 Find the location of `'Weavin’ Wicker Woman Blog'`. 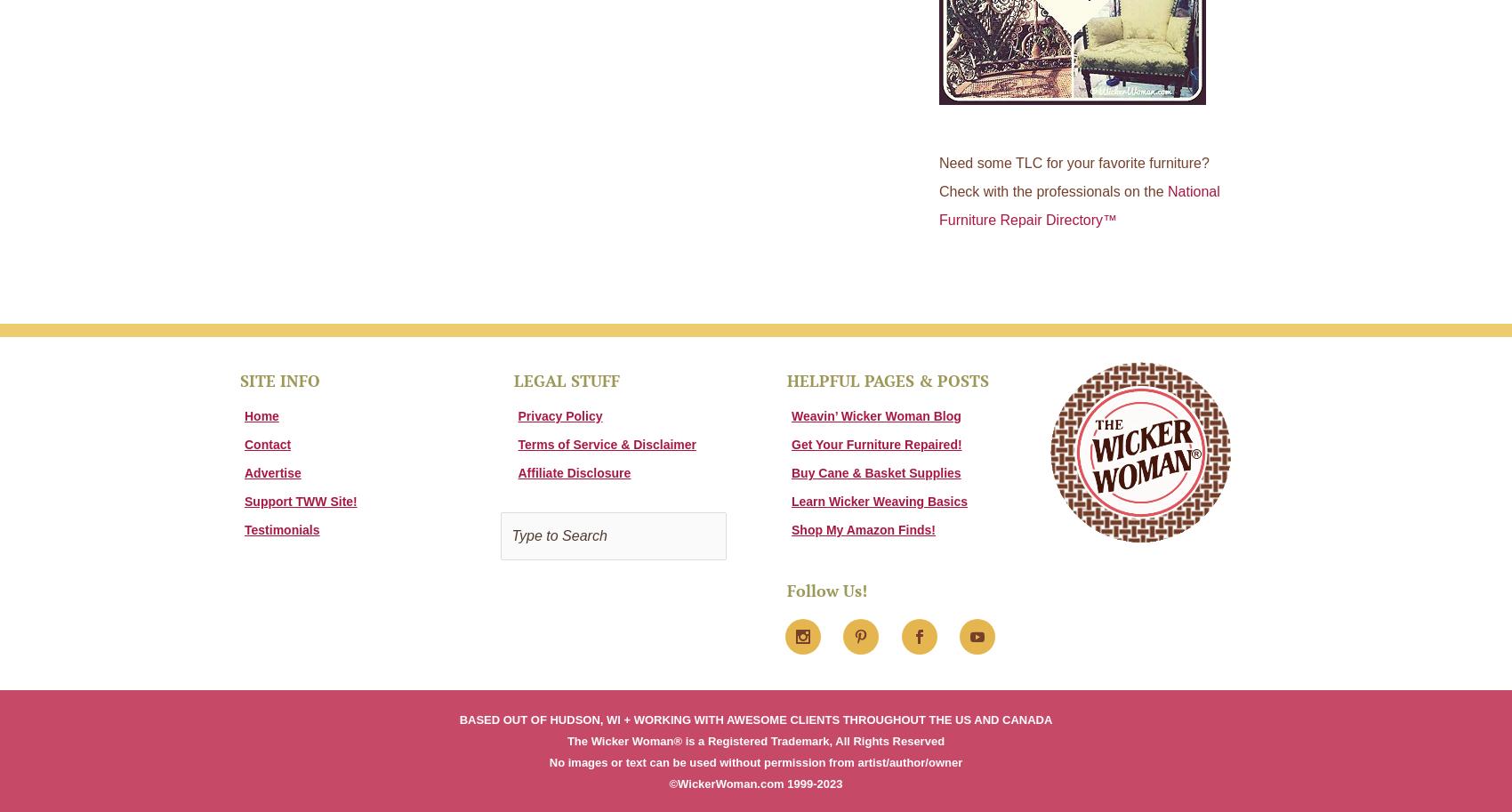

'Weavin’ Wicker Woman Blog' is located at coordinates (874, 414).